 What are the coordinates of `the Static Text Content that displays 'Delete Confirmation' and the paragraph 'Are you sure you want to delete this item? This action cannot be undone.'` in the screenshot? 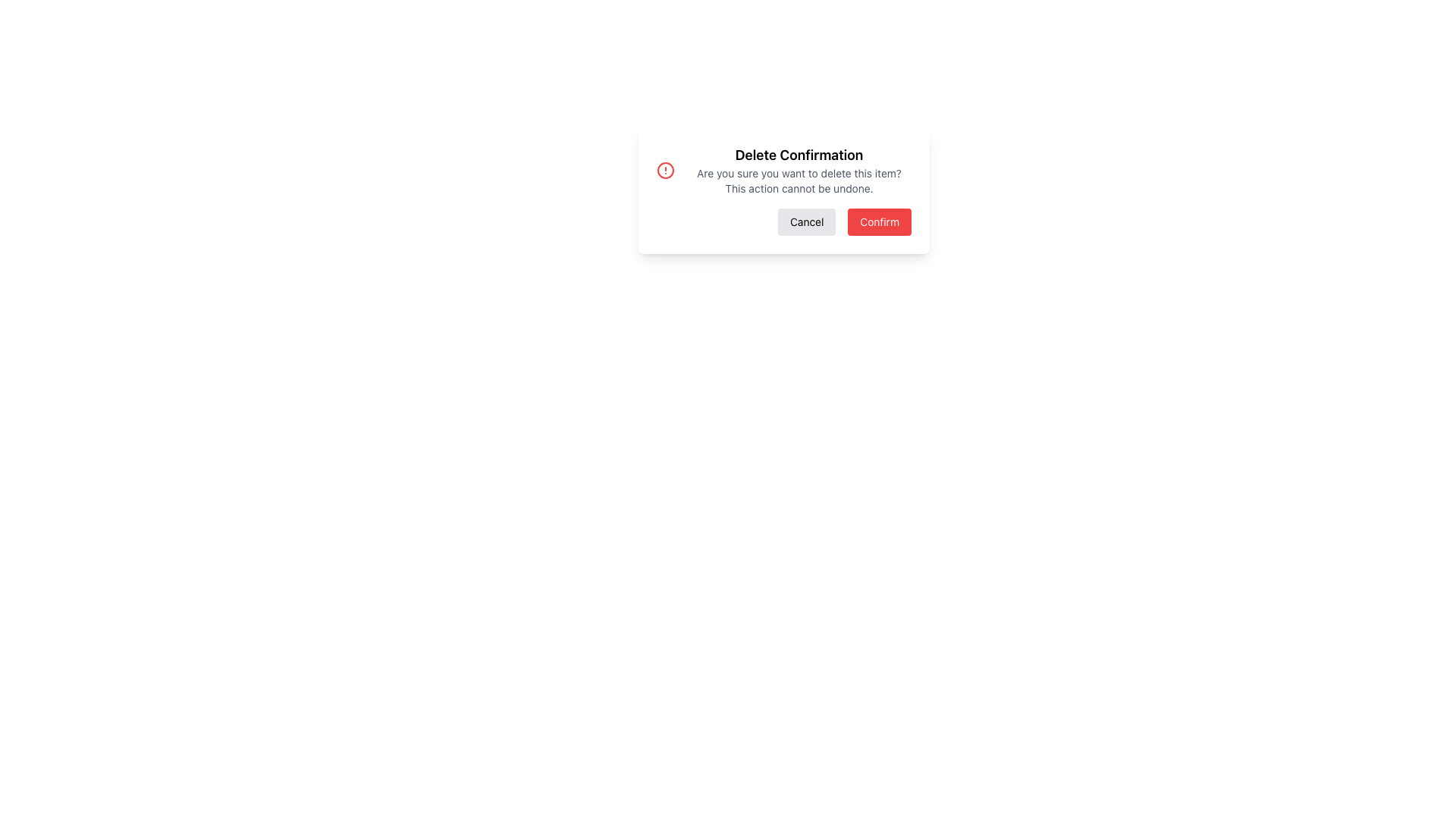 It's located at (799, 170).